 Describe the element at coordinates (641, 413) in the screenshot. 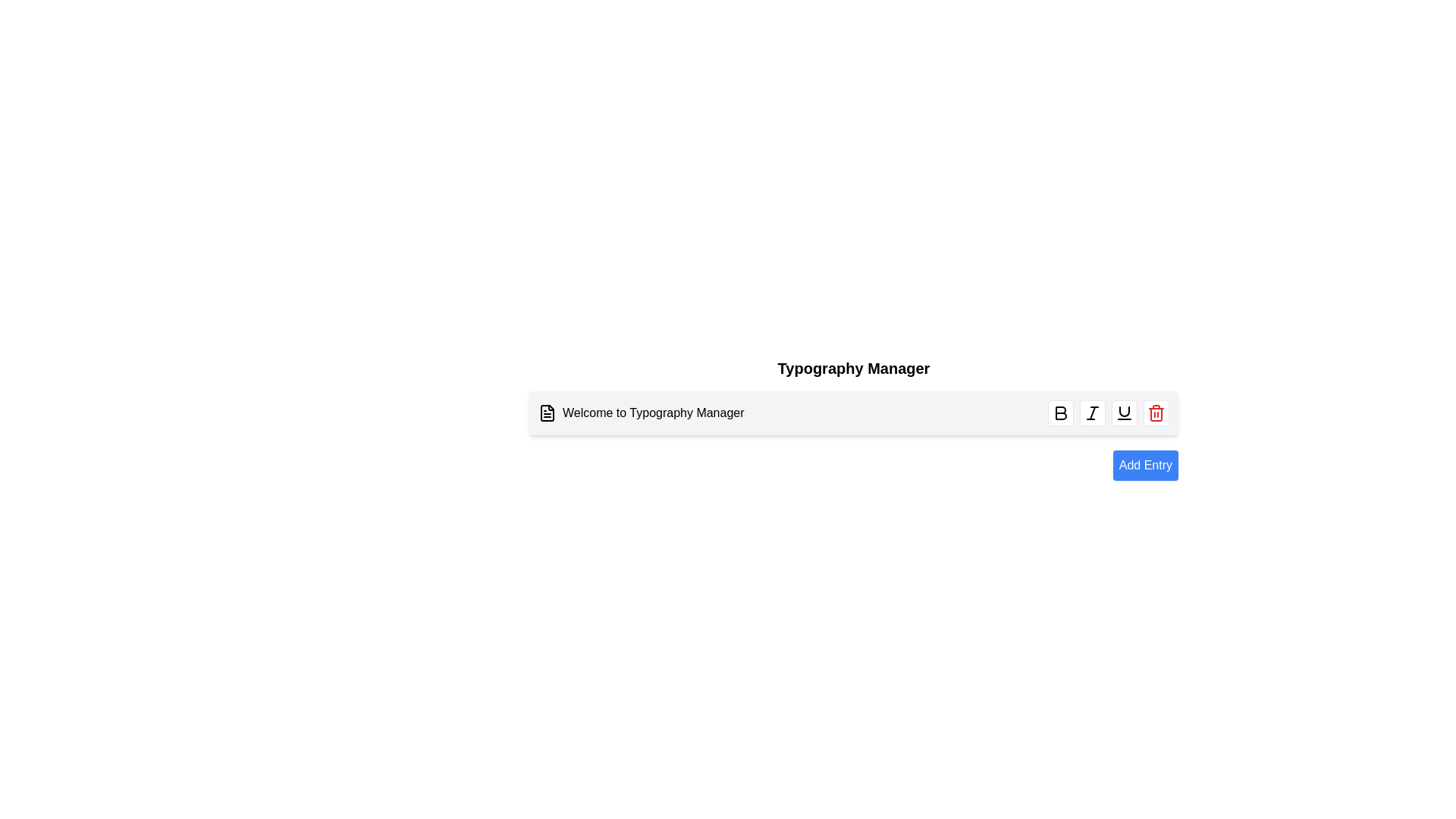

I see `the Label located in the left section of the panel with a light gray background to check for possible interactivity` at that location.